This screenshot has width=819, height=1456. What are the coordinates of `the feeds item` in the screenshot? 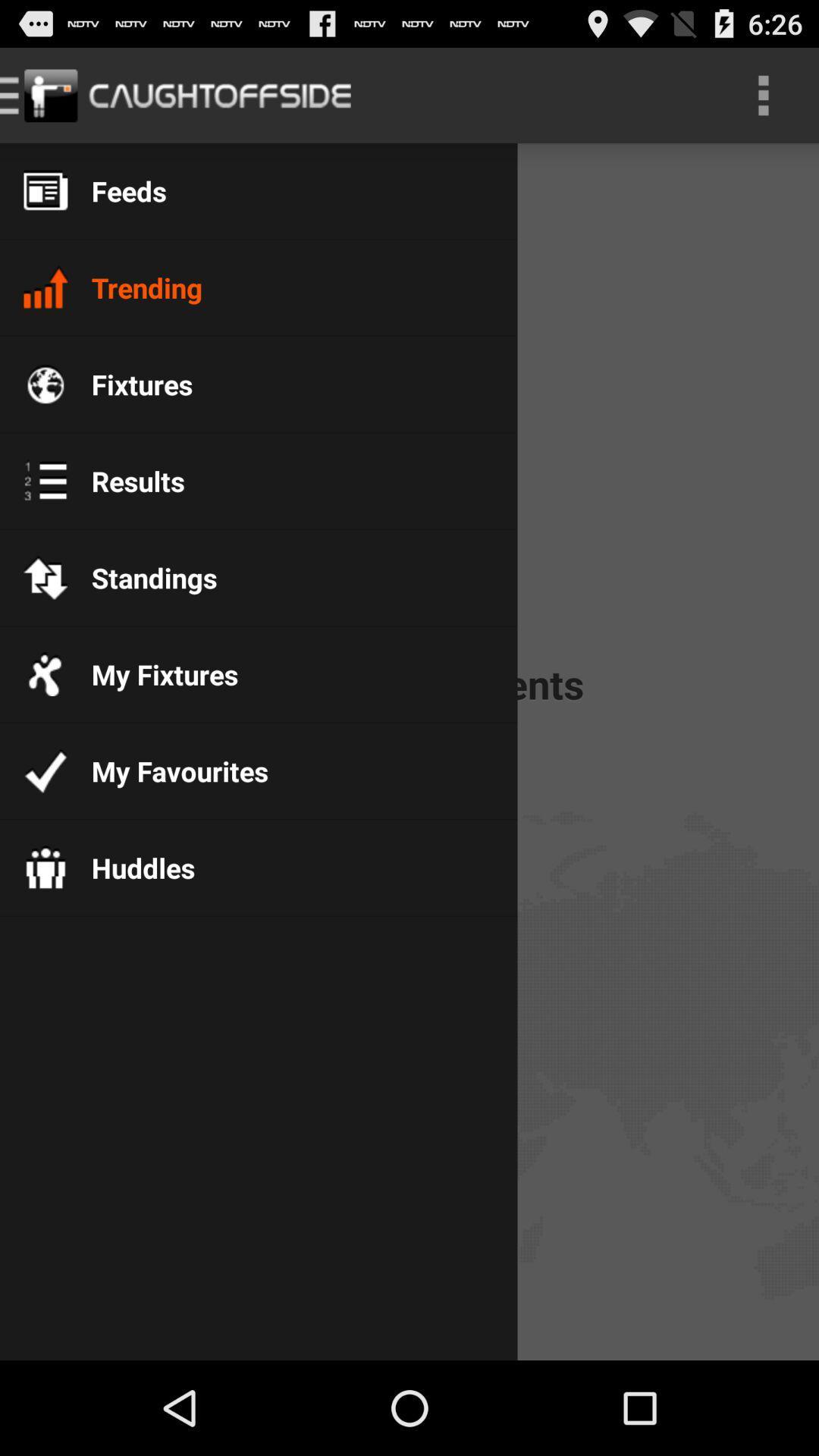 It's located at (116, 190).